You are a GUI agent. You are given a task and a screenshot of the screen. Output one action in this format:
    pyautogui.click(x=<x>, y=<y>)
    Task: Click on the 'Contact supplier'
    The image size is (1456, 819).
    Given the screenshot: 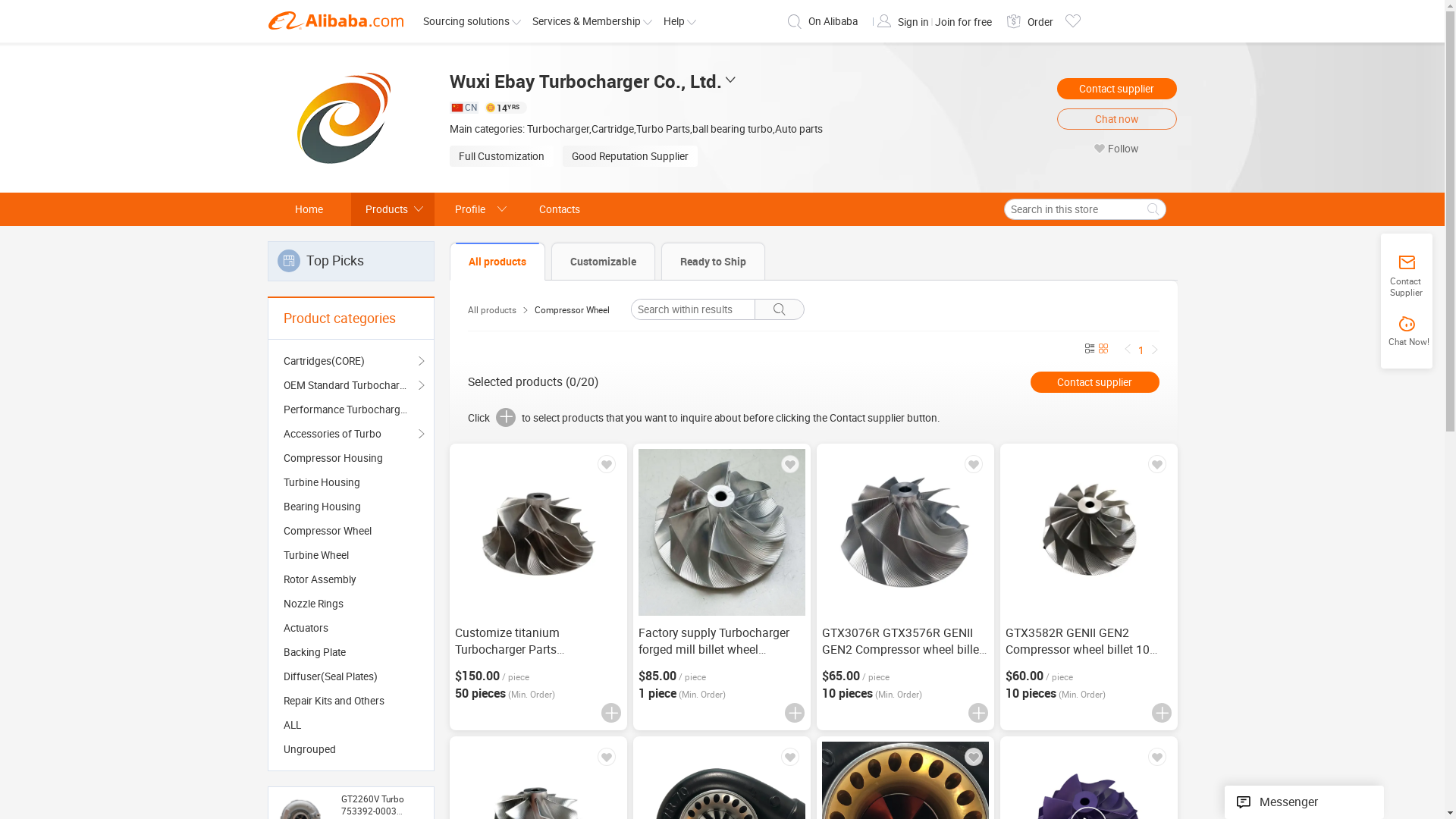 What is the action you would take?
    pyautogui.click(x=1117, y=88)
    